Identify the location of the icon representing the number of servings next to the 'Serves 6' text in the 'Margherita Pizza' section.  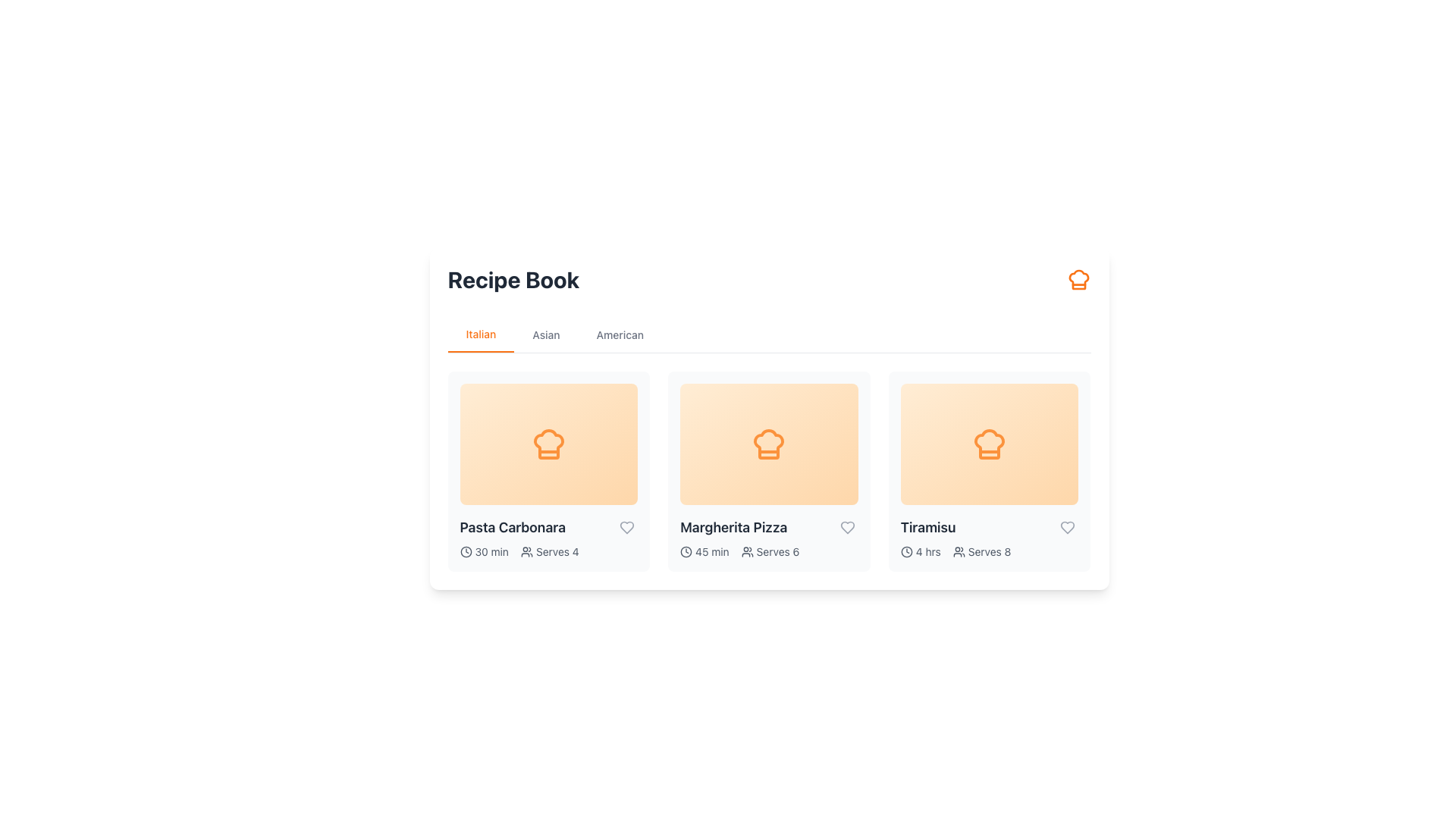
(747, 552).